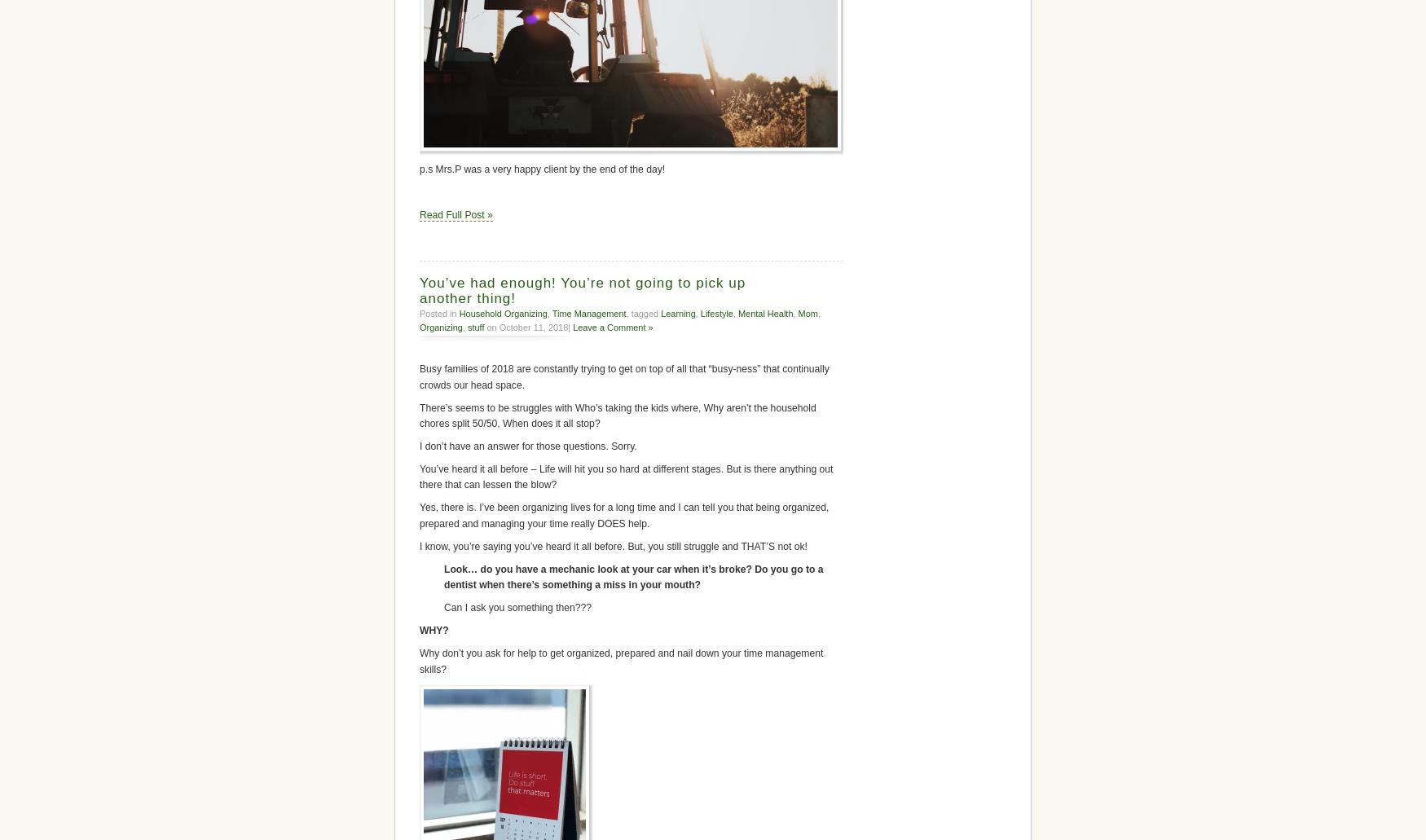 Image resolution: width=1426 pixels, height=840 pixels. Describe the element at coordinates (583, 289) in the screenshot. I see `'You’ve had enough! You’re not going to pick up another thing!'` at that location.